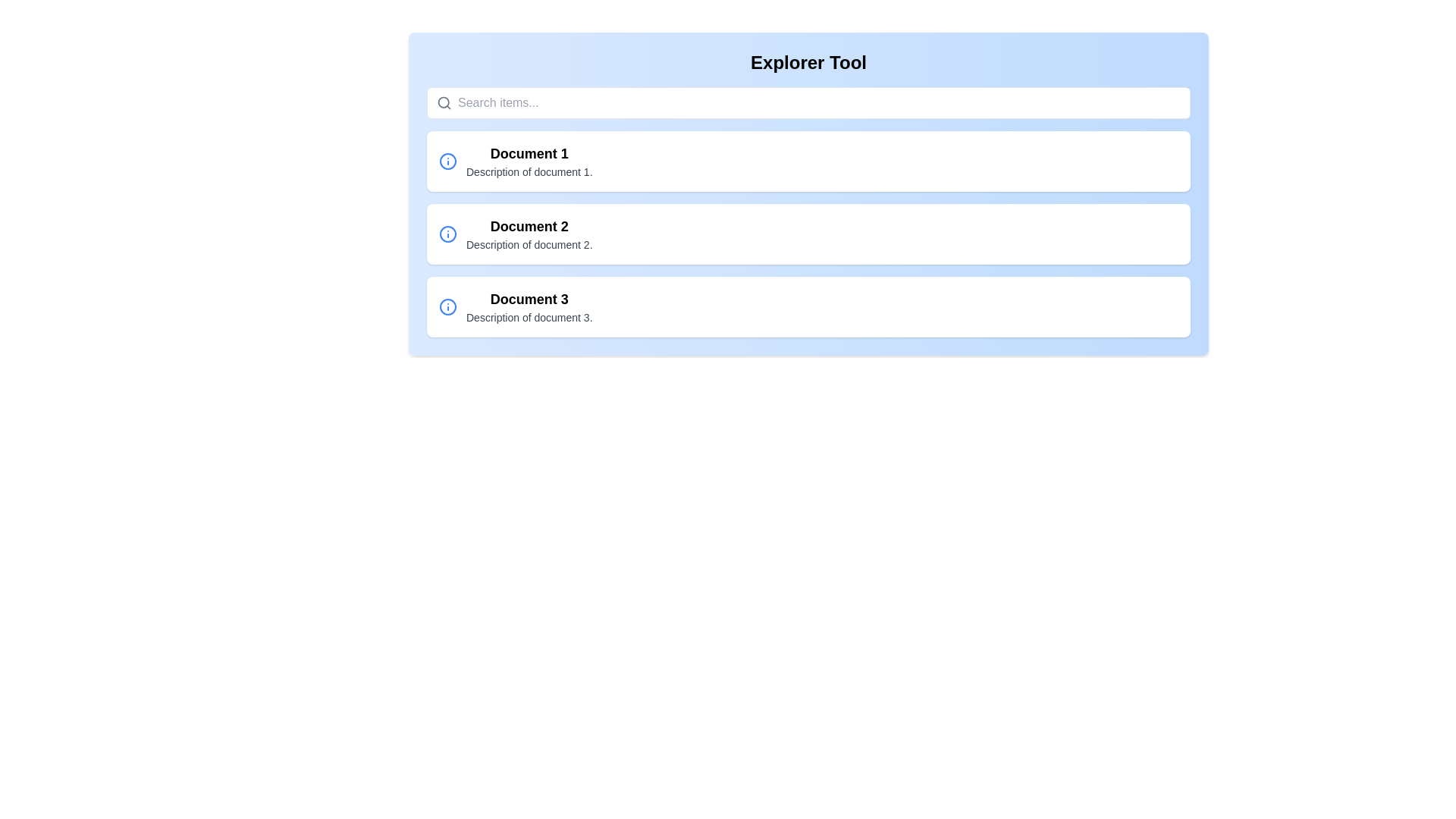 The width and height of the screenshot is (1456, 819). I want to click on the circular outline icon with a blue-tinted border located to the left of the 'Document 3' text in the third entry of the vertical list, so click(447, 307).